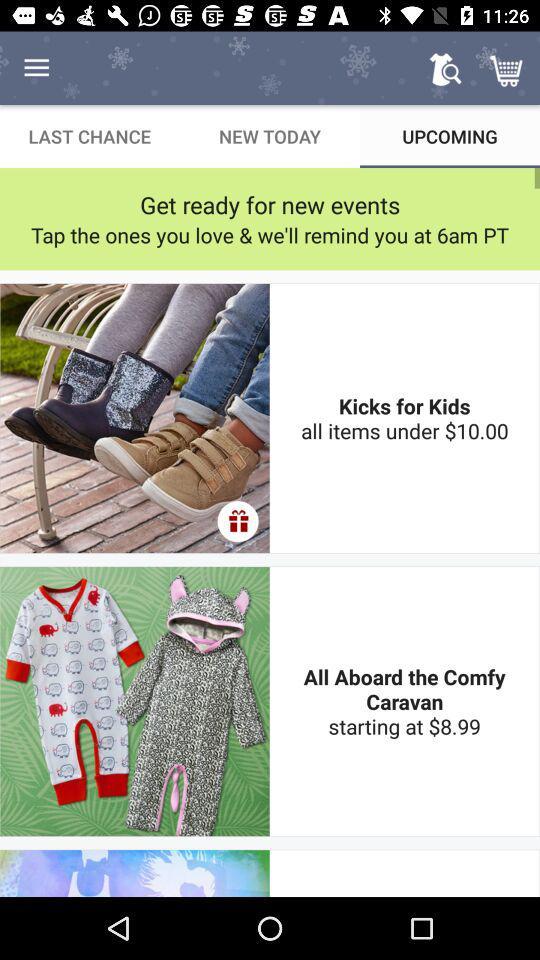 Image resolution: width=540 pixels, height=960 pixels. I want to click on the item above last chance item, so click(36, 68).